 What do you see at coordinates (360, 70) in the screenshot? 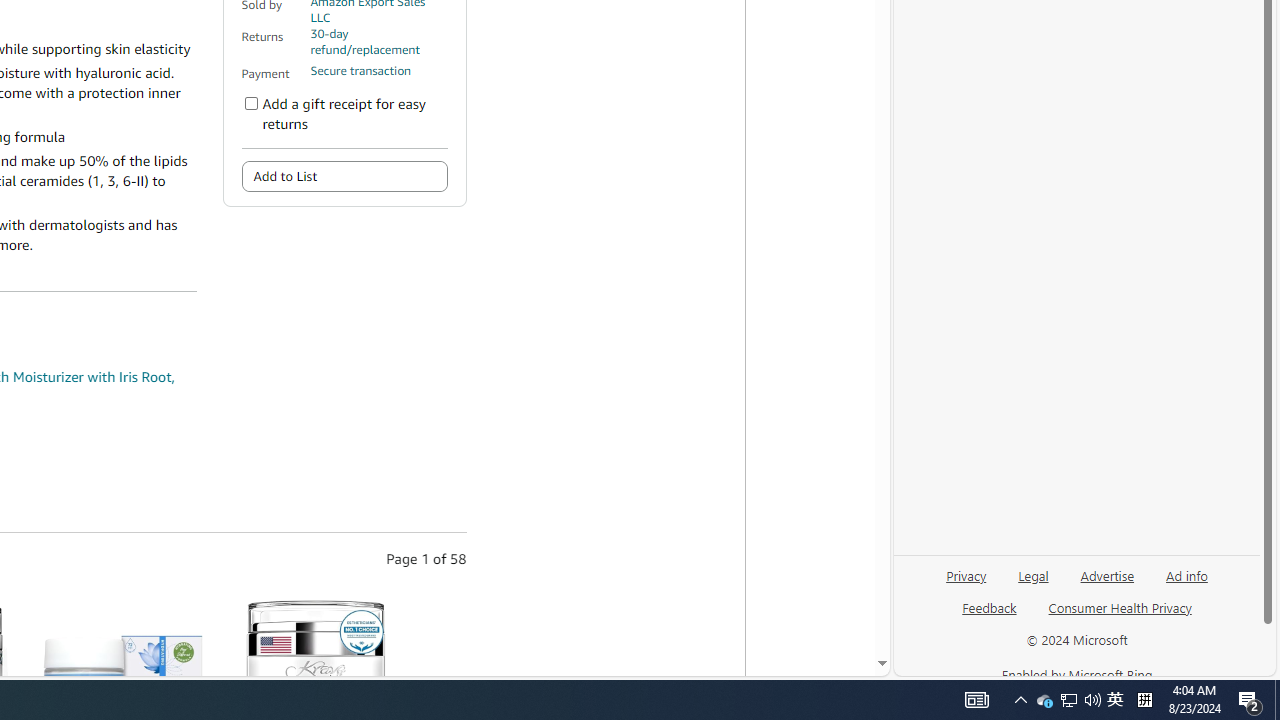
I see `'Secure transaction'` at bounding box center [360, 70].